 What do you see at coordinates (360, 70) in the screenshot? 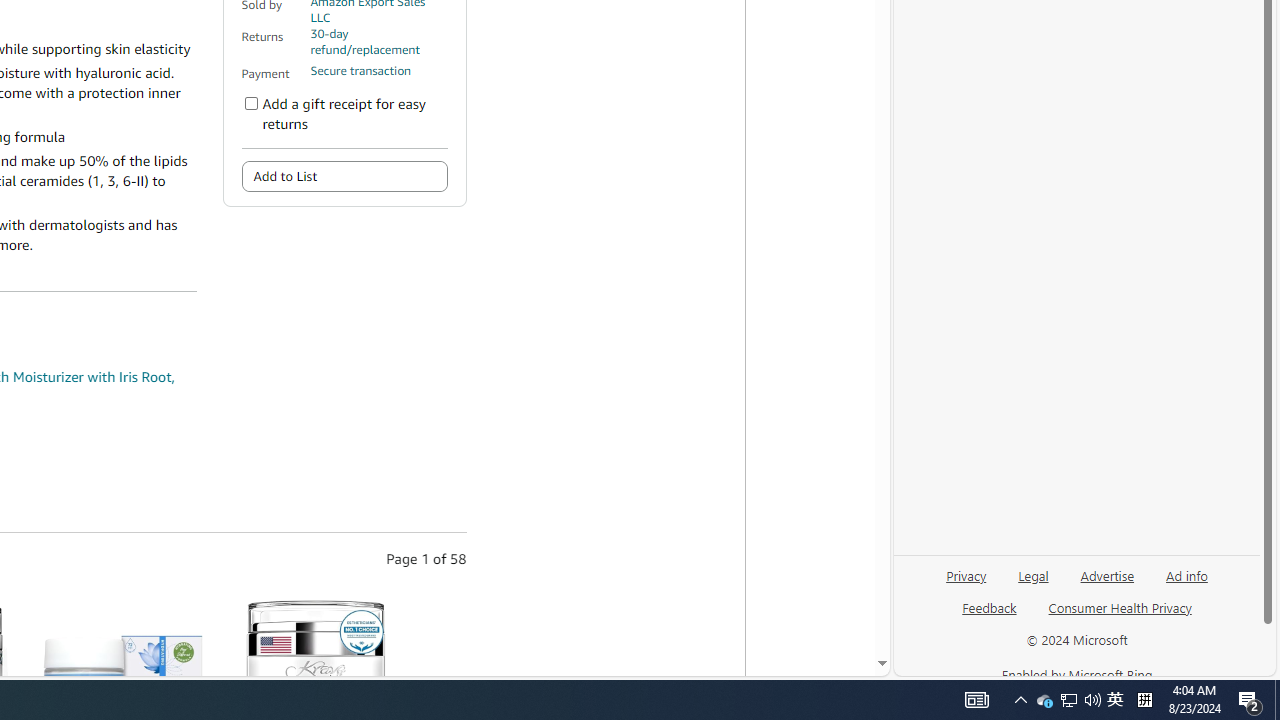
I see `'Secure transaction'` at bounding box center [360, 70].